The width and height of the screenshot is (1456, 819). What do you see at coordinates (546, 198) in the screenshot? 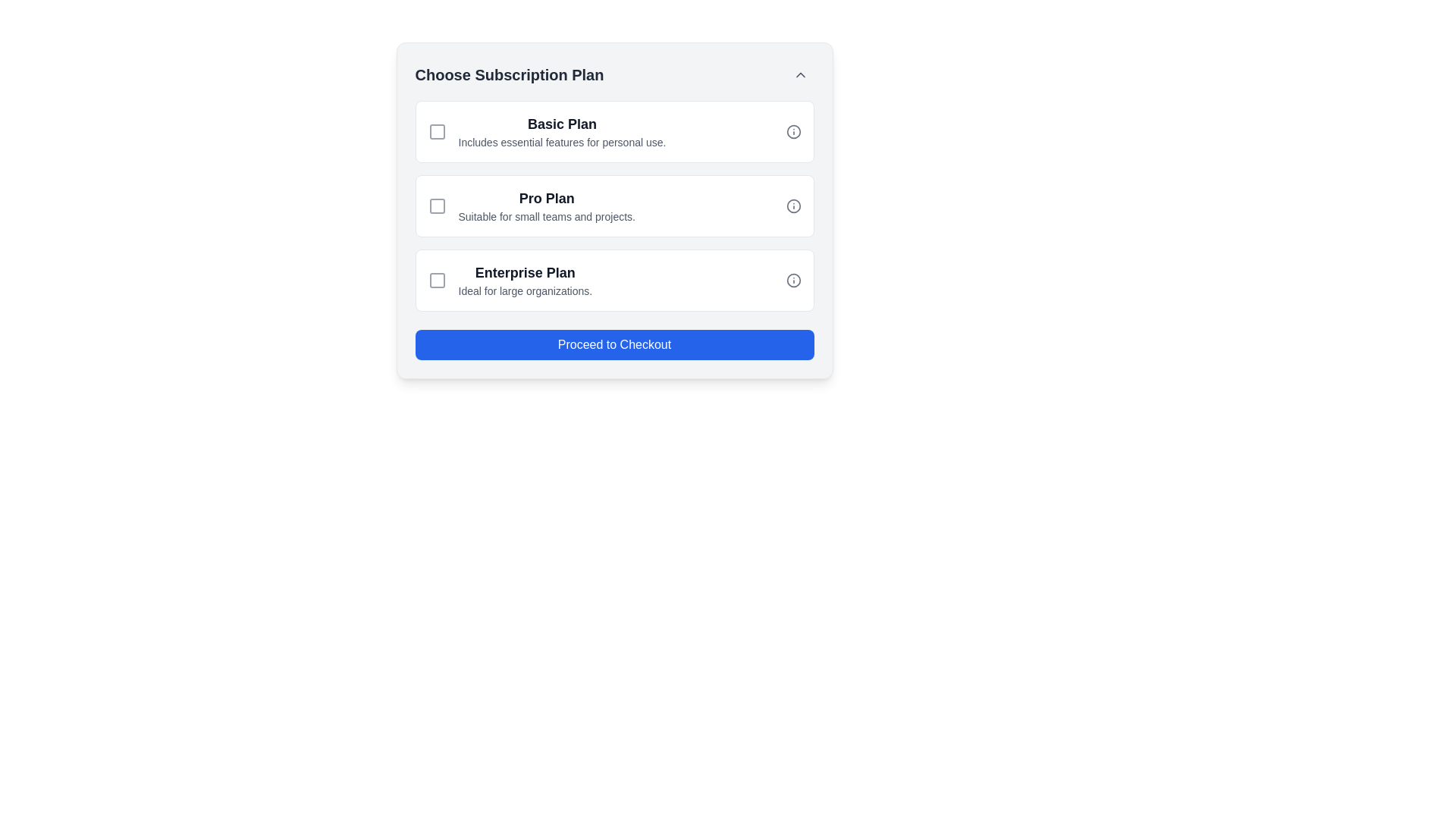
I see `the 'Pro Plan' text label, which is prominently styled with bold, larger font and is dark gray or black in color, located centrally between the 'Basic Plan' and 'Enterprise Plan' sections` at bounding box center [546, 198].